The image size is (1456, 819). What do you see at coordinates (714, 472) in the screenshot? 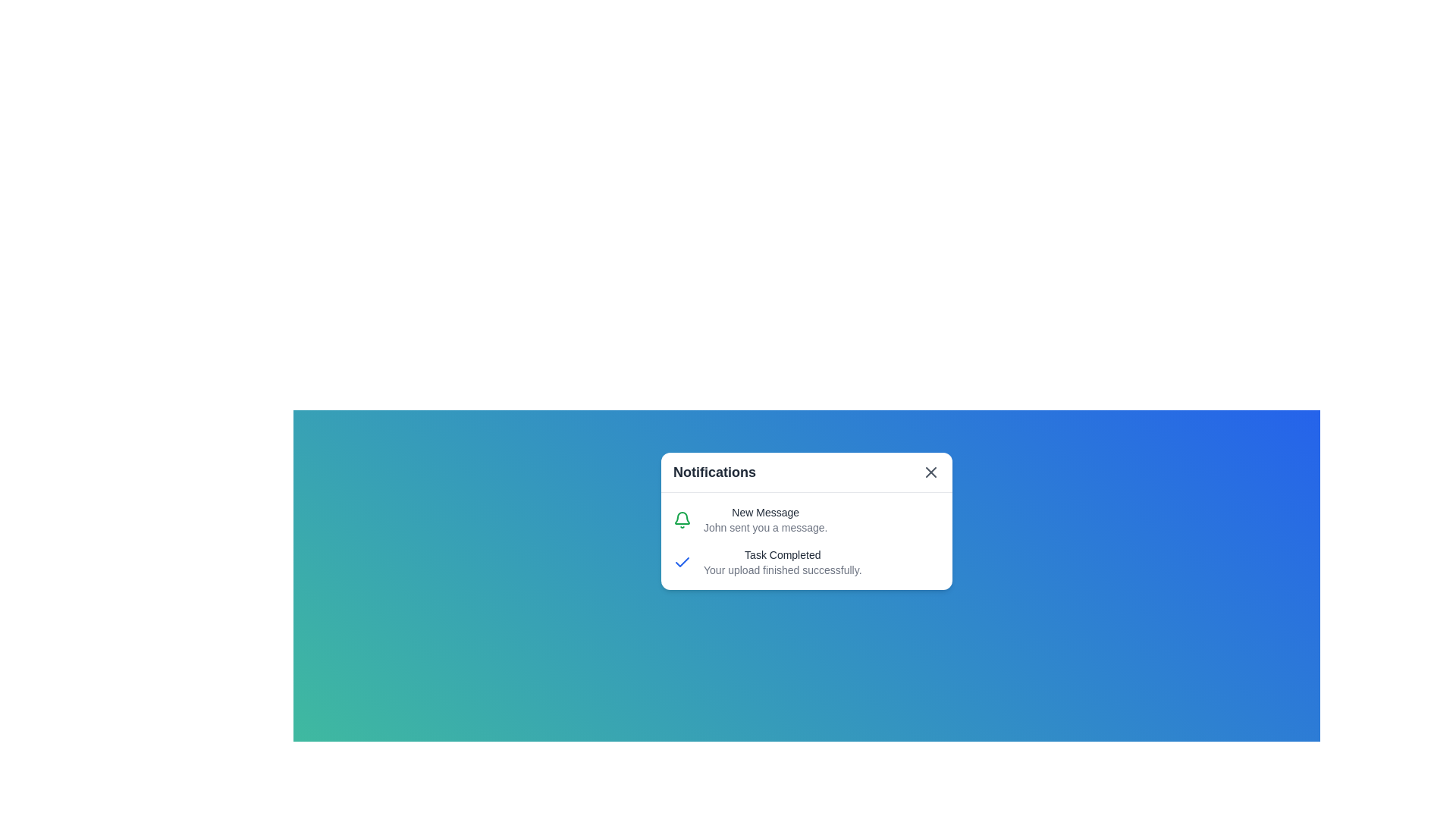
I see `'Notifications' text label displayed prominently at the top of the notification pop-up, which is in bold, larger size, and dark gray color` at bounding box center [714, 472].